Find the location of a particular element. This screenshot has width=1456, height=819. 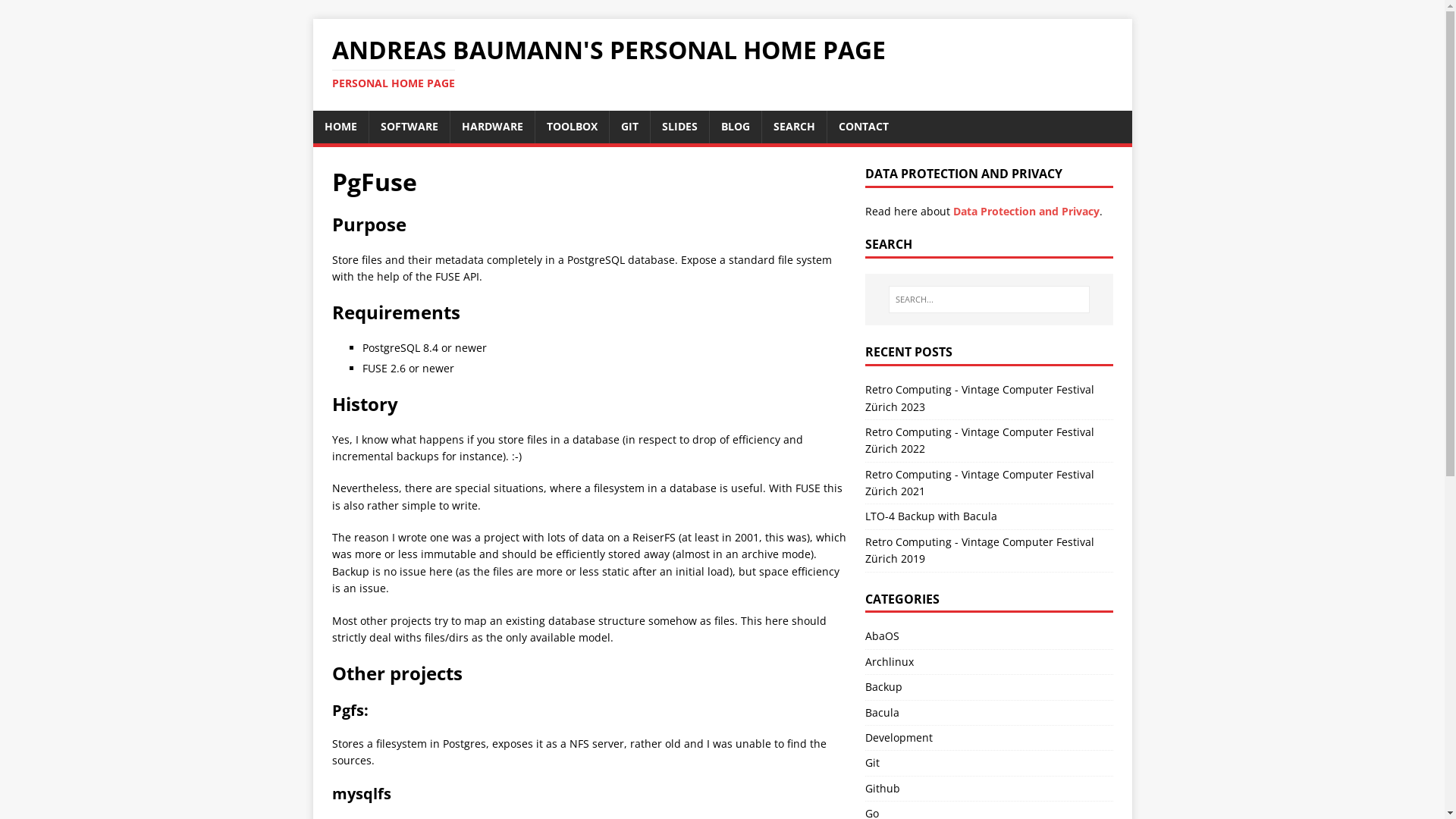

'BLOG' is located at coordinates (735, 125).